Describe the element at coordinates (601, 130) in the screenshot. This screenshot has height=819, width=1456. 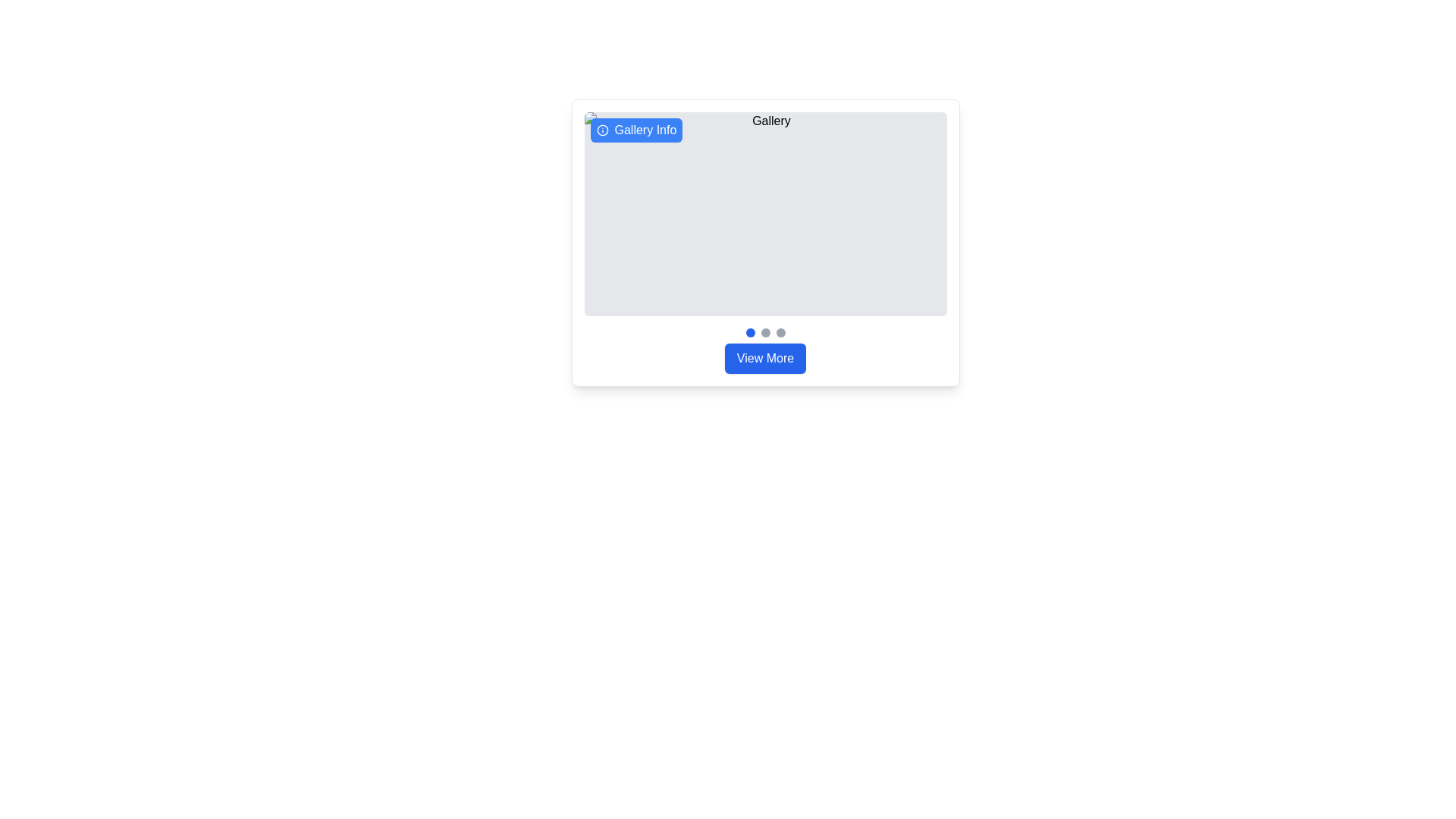
I see `the informational icon located at the center of the 'Gallery Info' button, which is near the top-left corner of the layout` at that location.